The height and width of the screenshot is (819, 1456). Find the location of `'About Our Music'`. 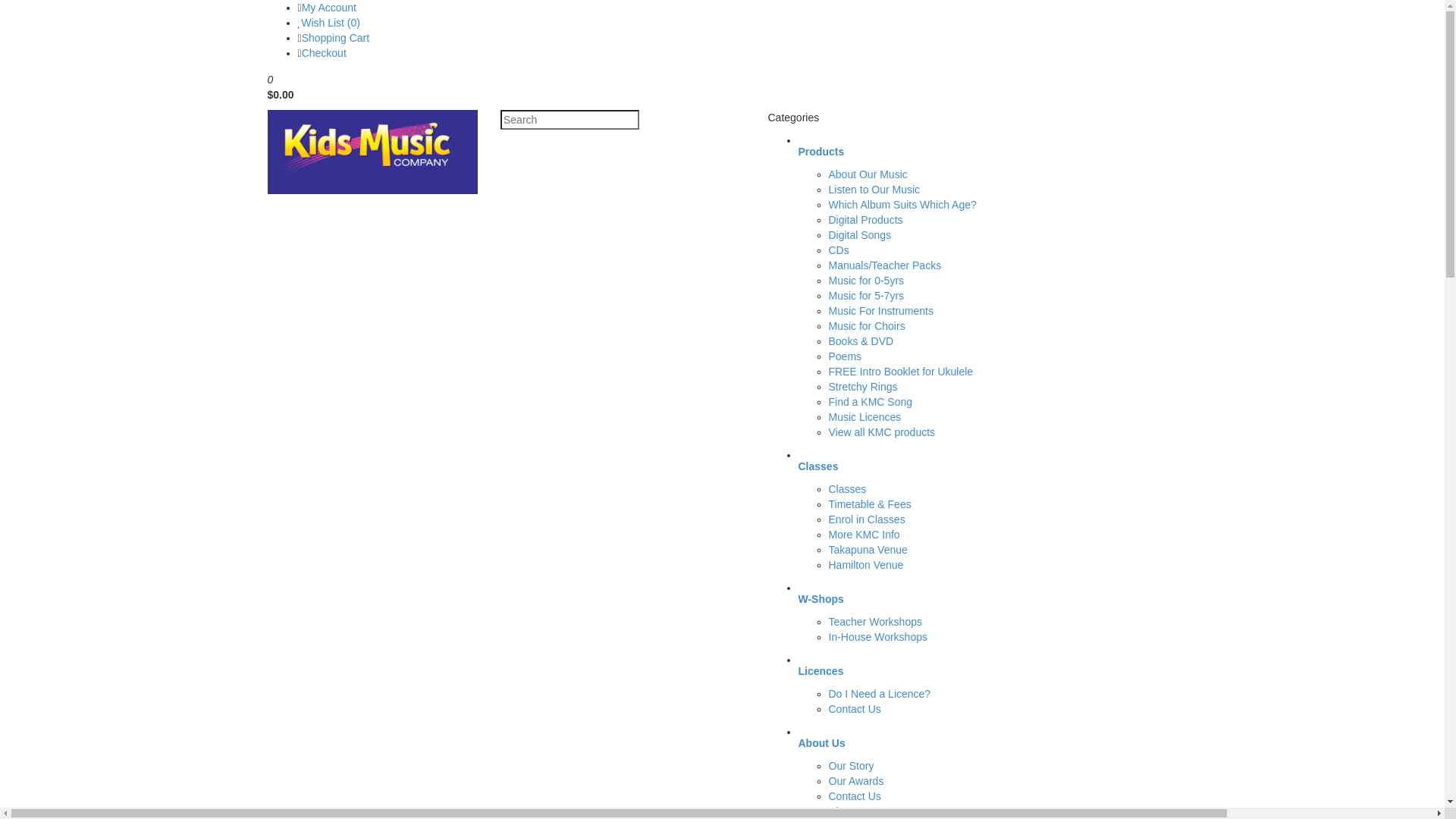

'About Our Music' is located at coordinates (827, 174).